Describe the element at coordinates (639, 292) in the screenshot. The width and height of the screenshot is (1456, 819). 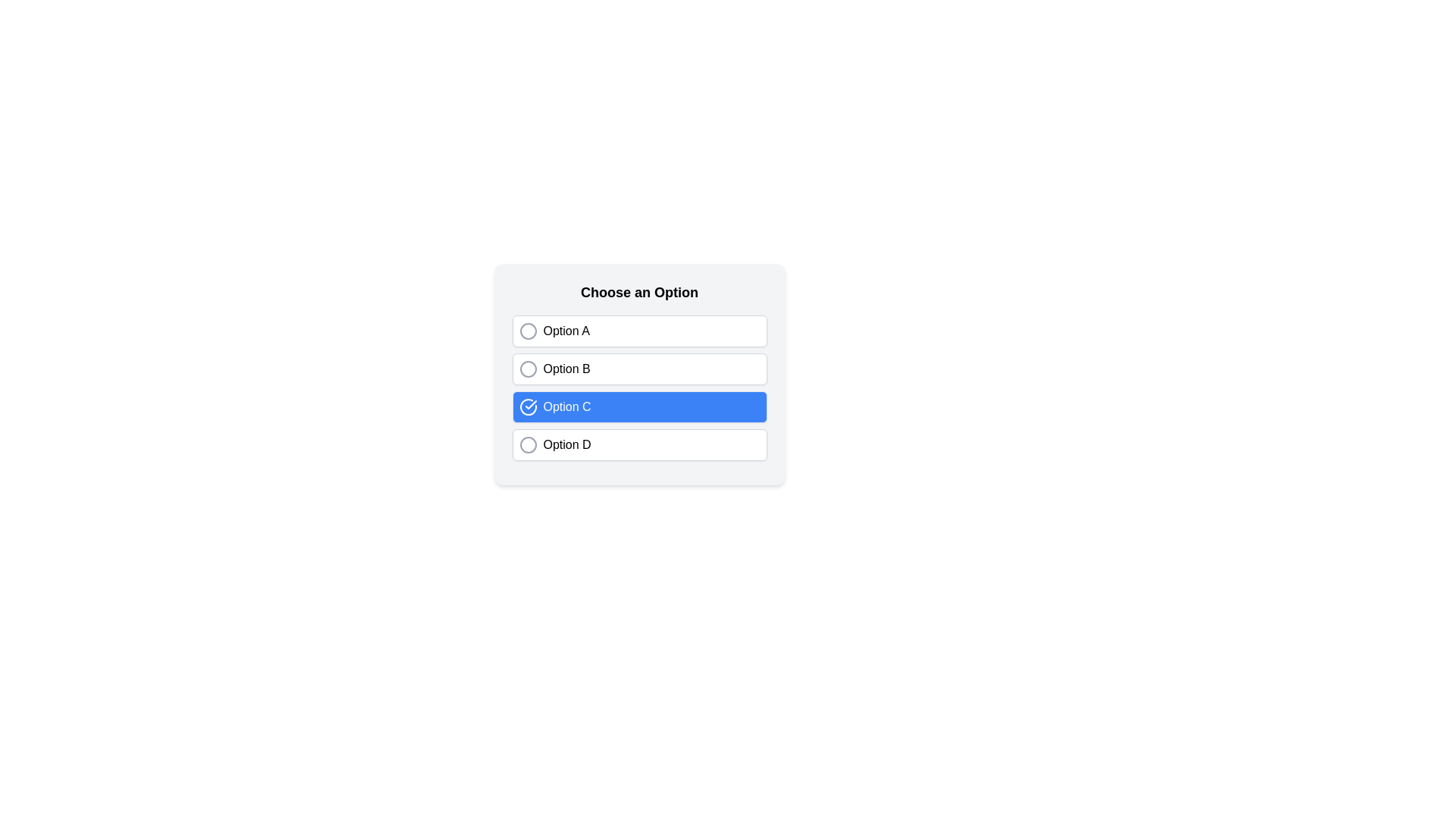
I see `the header text 'Choose an Option', which is styled with a large bold font and is centrally aligned above a list of options` at that location.